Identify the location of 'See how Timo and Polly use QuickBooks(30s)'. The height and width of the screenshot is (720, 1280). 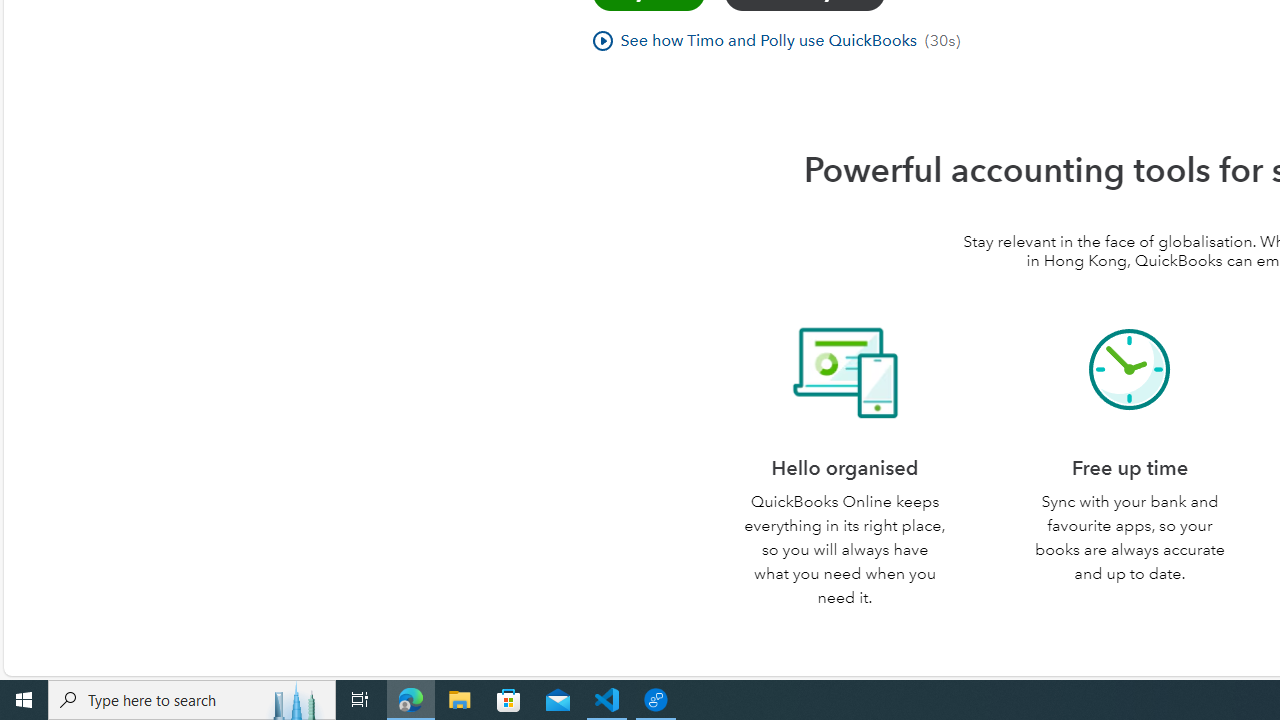
(775, 42).